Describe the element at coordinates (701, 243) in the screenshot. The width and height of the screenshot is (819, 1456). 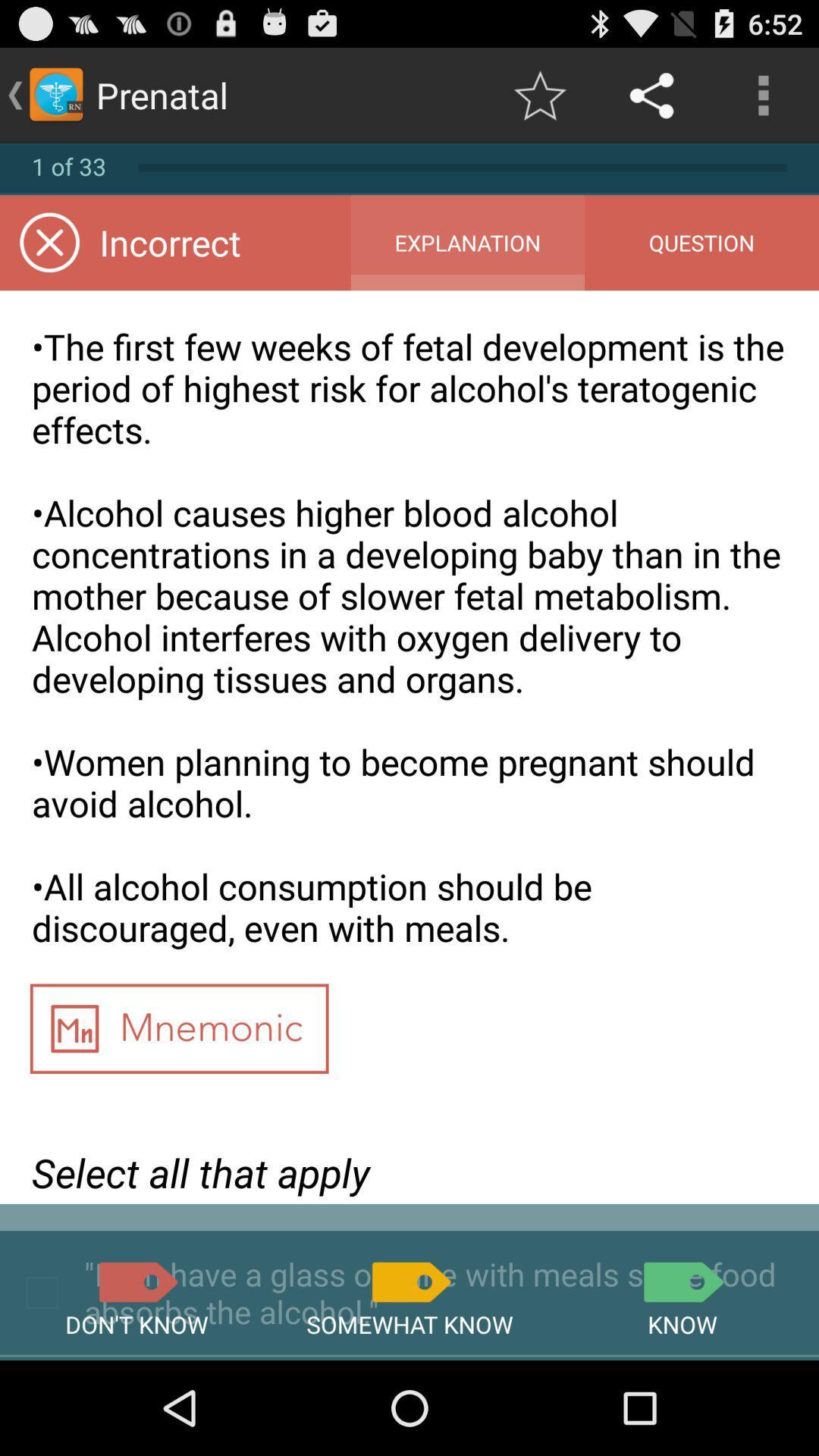
I see `the icon above the first few item` at that location.